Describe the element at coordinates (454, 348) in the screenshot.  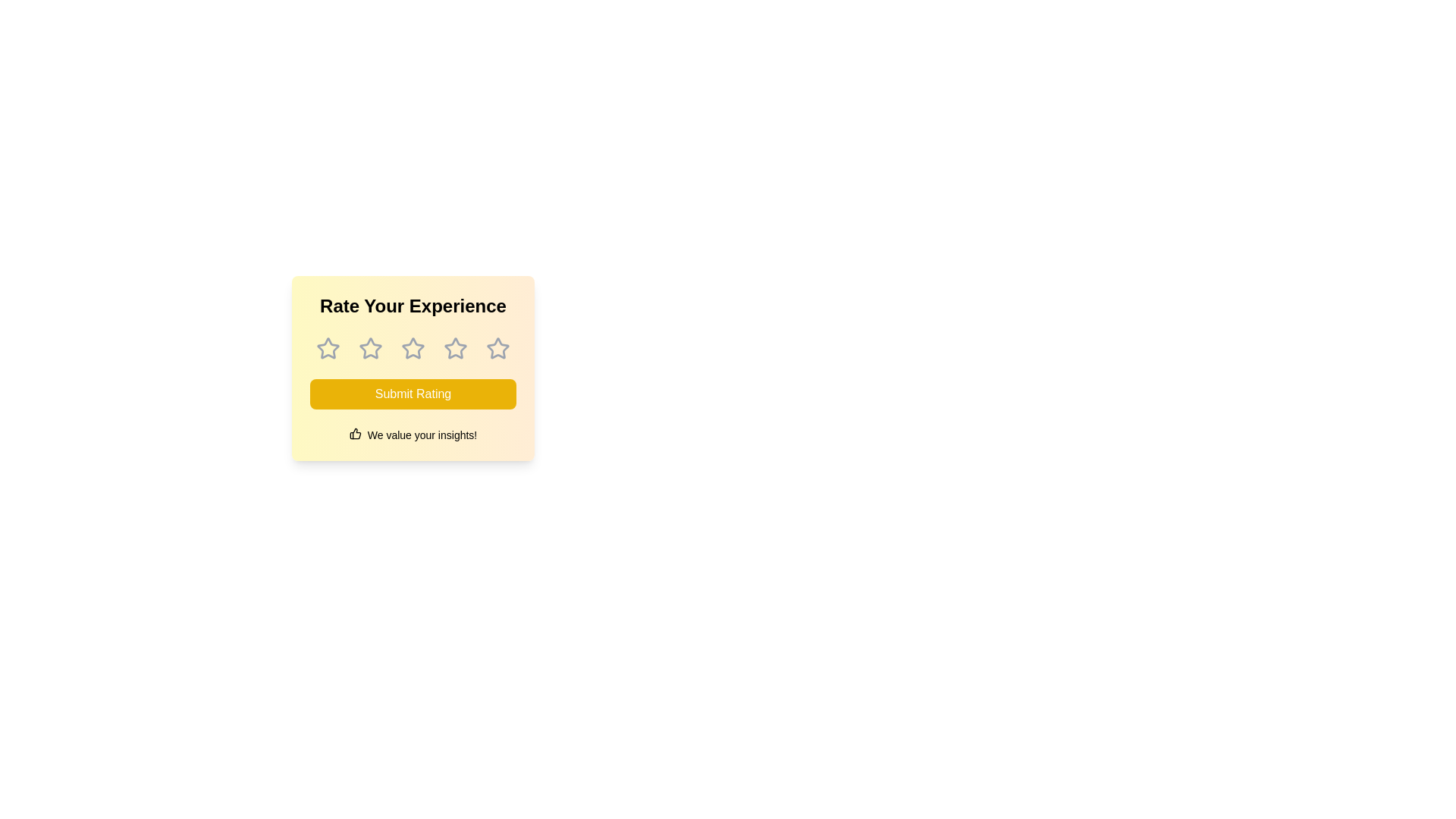
I see `the third star-shaped icon in a row of five stars` at that location.